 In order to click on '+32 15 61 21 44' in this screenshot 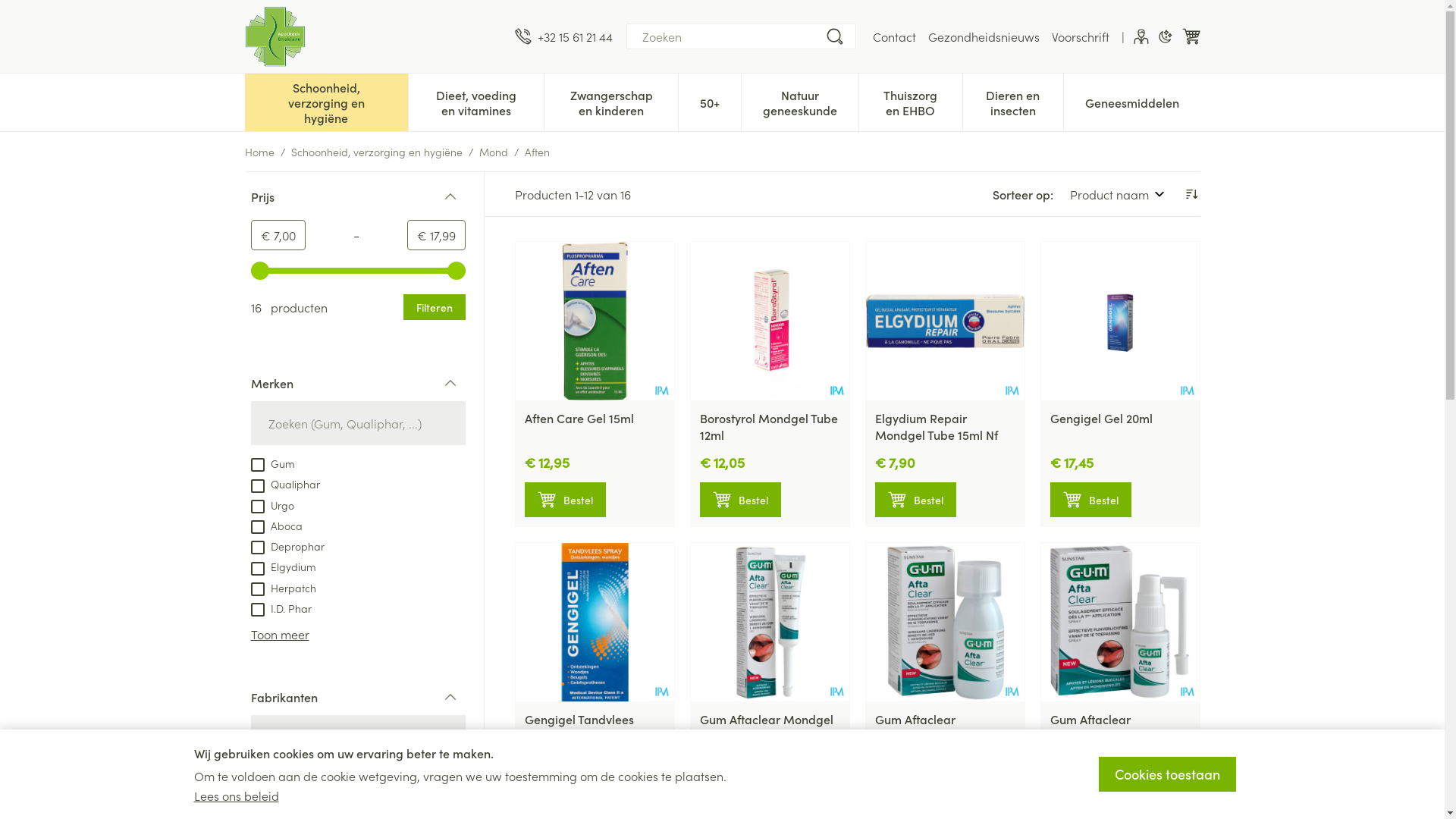, I will do `click(562, 35)`.